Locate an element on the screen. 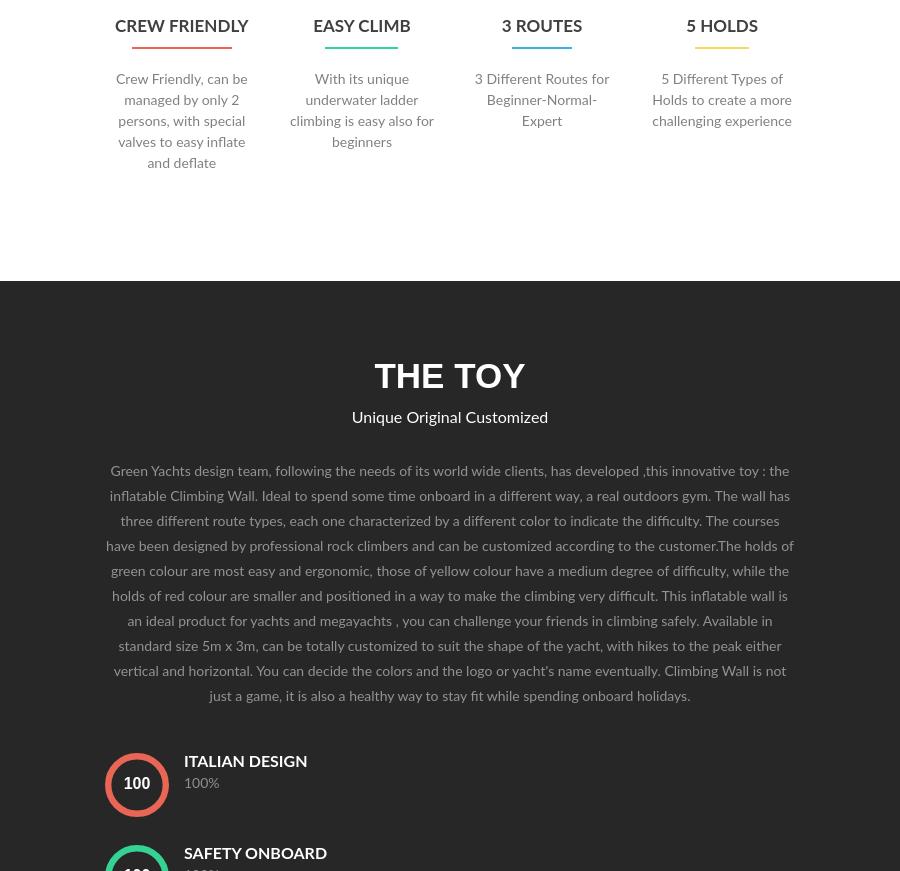 The height and width of the screenshot is (871, 900). 'Crew Friendly, can be managed by only 2 persons, with special valves to easy inflate and deflate' is located at coordinates (181, 119).